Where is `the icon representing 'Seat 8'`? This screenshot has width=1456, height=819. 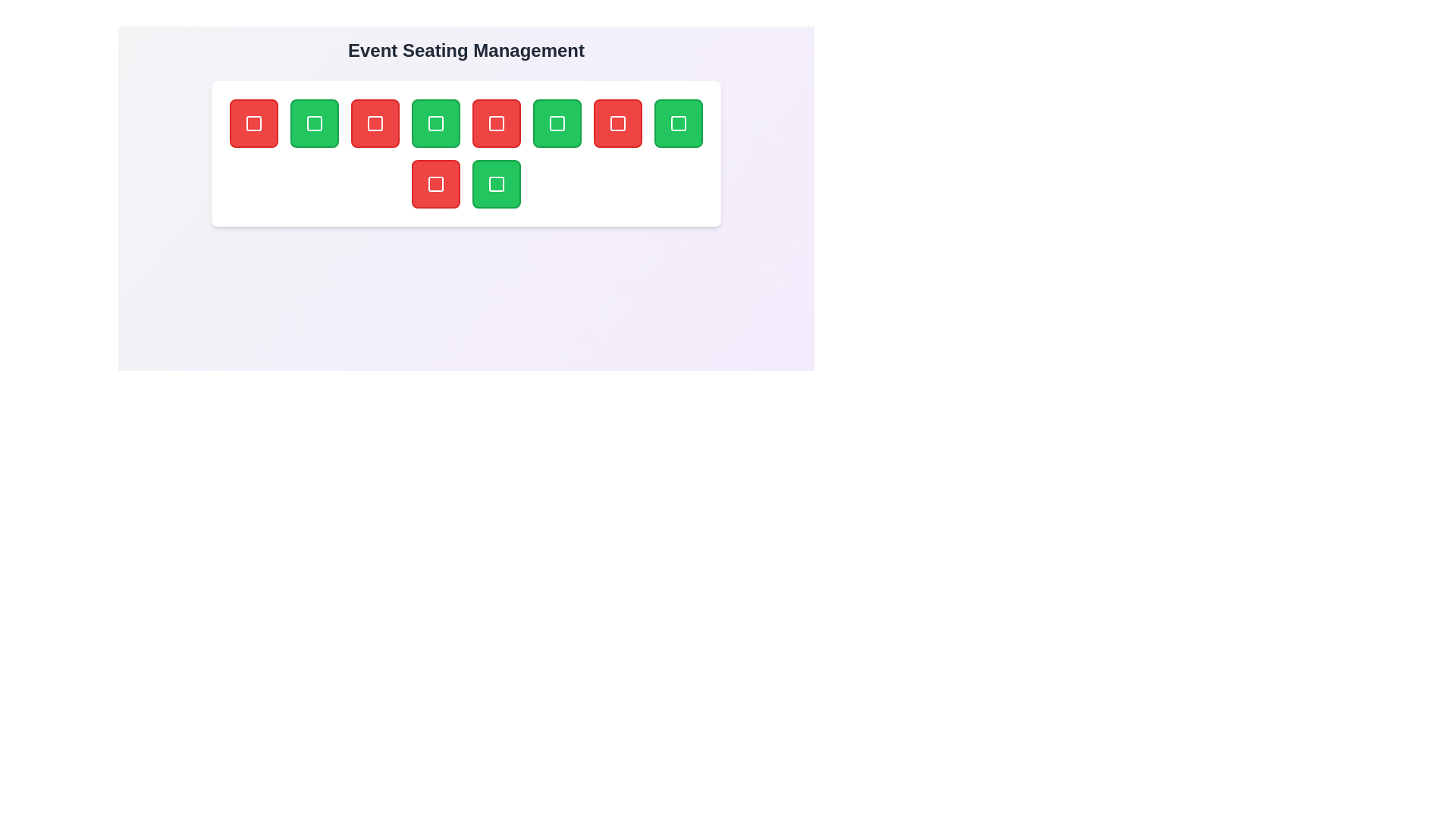 the icon representing 'Seat 8' is located at coordinates (677, 122).